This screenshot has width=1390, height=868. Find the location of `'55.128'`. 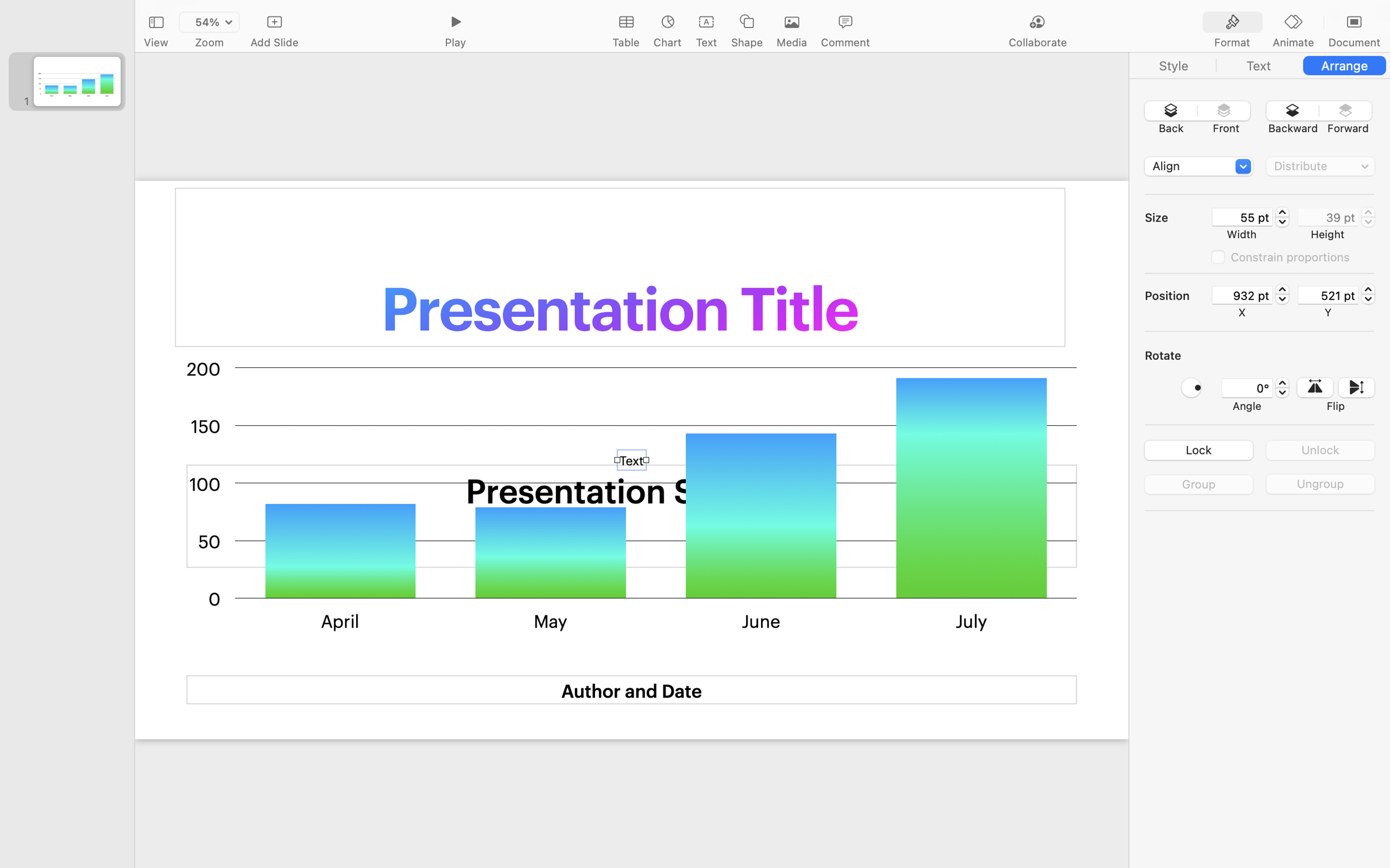

'55.128' is located at coordinates (1283, 217).